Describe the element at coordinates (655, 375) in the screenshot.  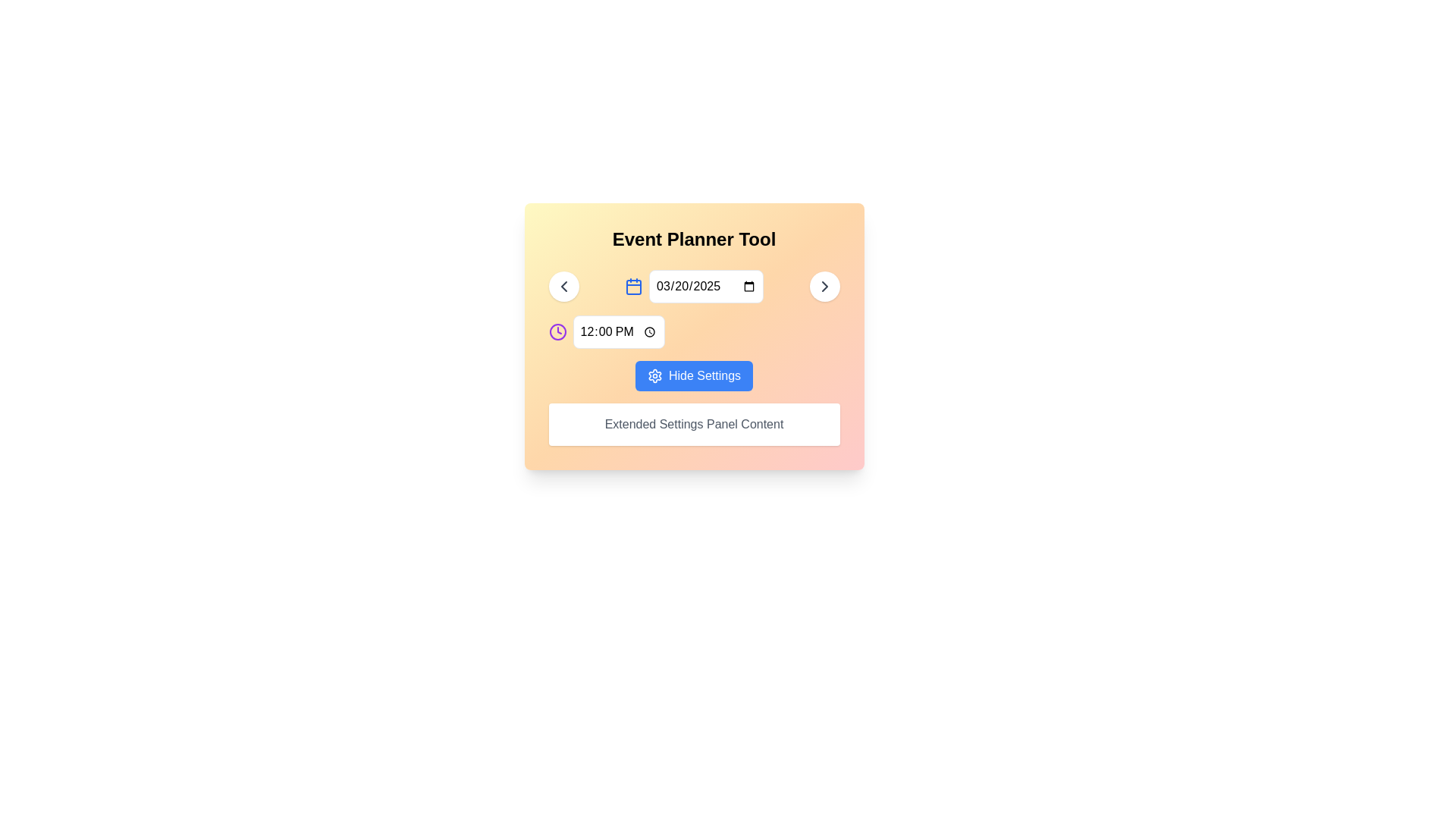
I see `the settings icon located to the left of the 'Hide Settings' text within the button at the bottom half of the card` at that location.